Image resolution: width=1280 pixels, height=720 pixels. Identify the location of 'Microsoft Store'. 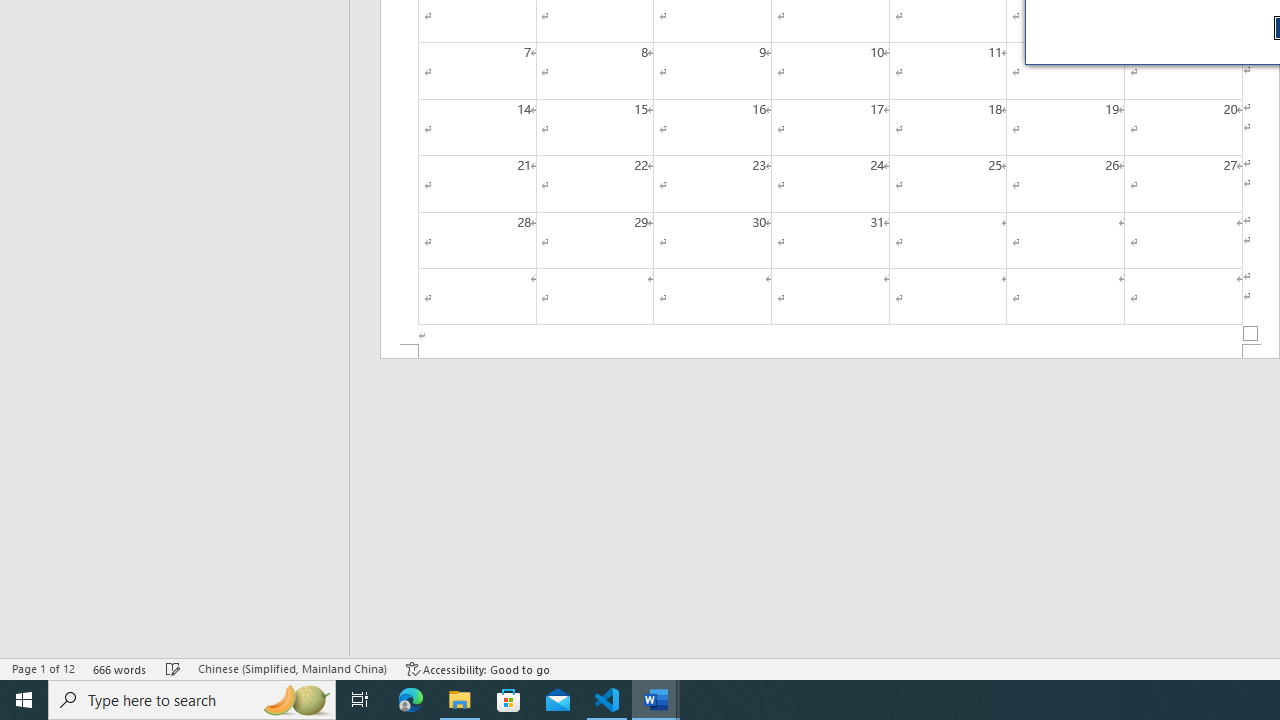
(509, 698).